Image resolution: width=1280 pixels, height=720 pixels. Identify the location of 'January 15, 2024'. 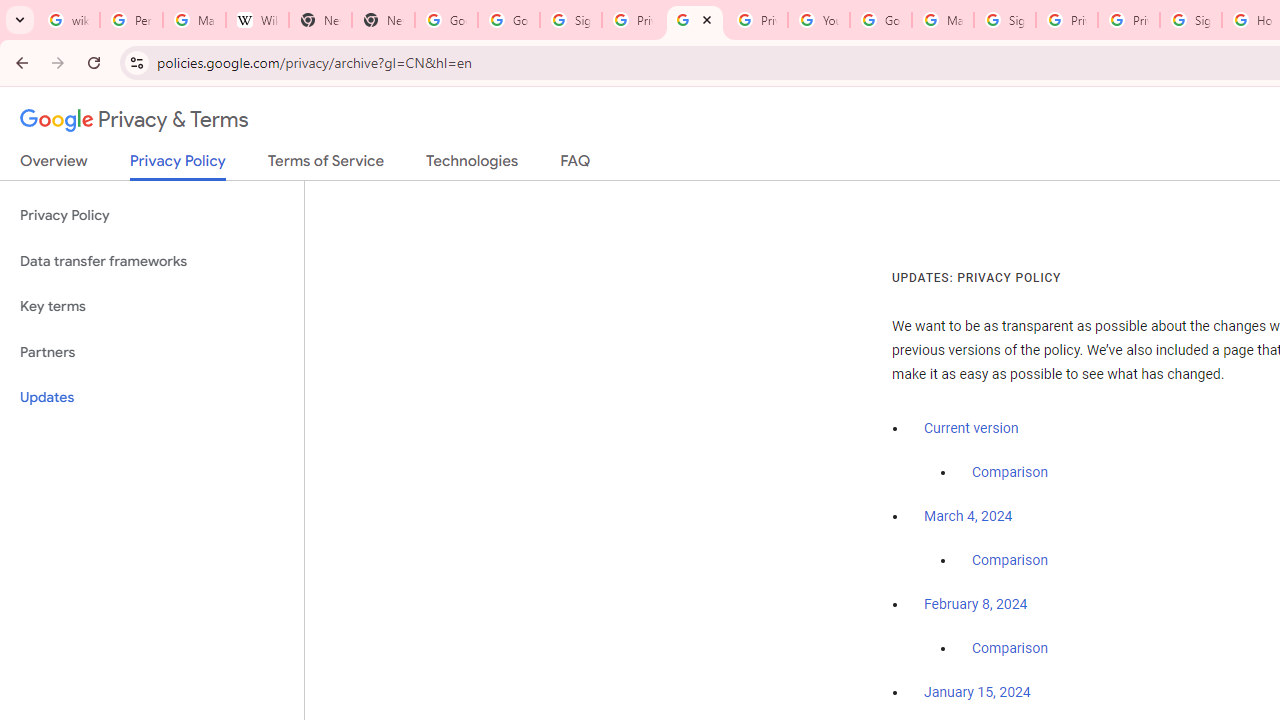
(977, 692).